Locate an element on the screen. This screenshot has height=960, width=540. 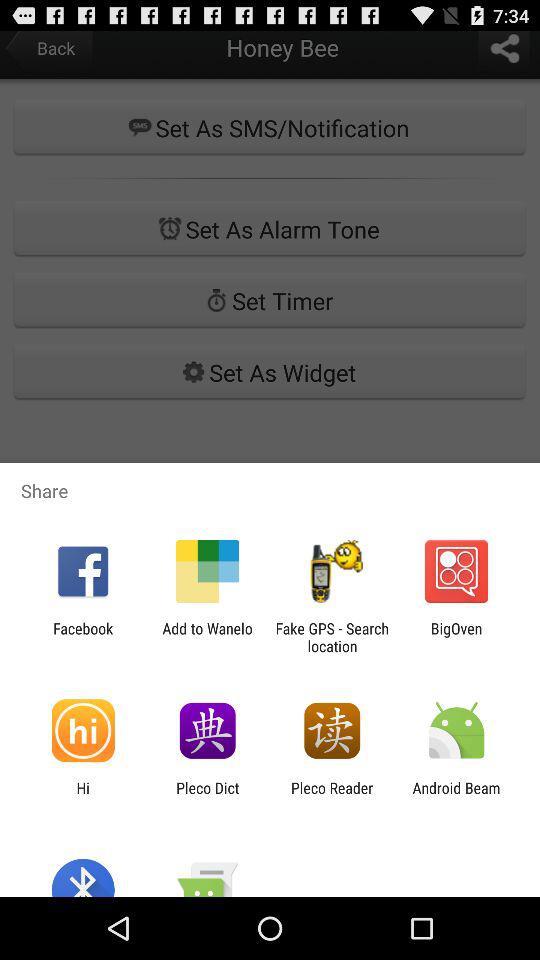
icon to the left of the android beam is located at coordinates (332, 796).